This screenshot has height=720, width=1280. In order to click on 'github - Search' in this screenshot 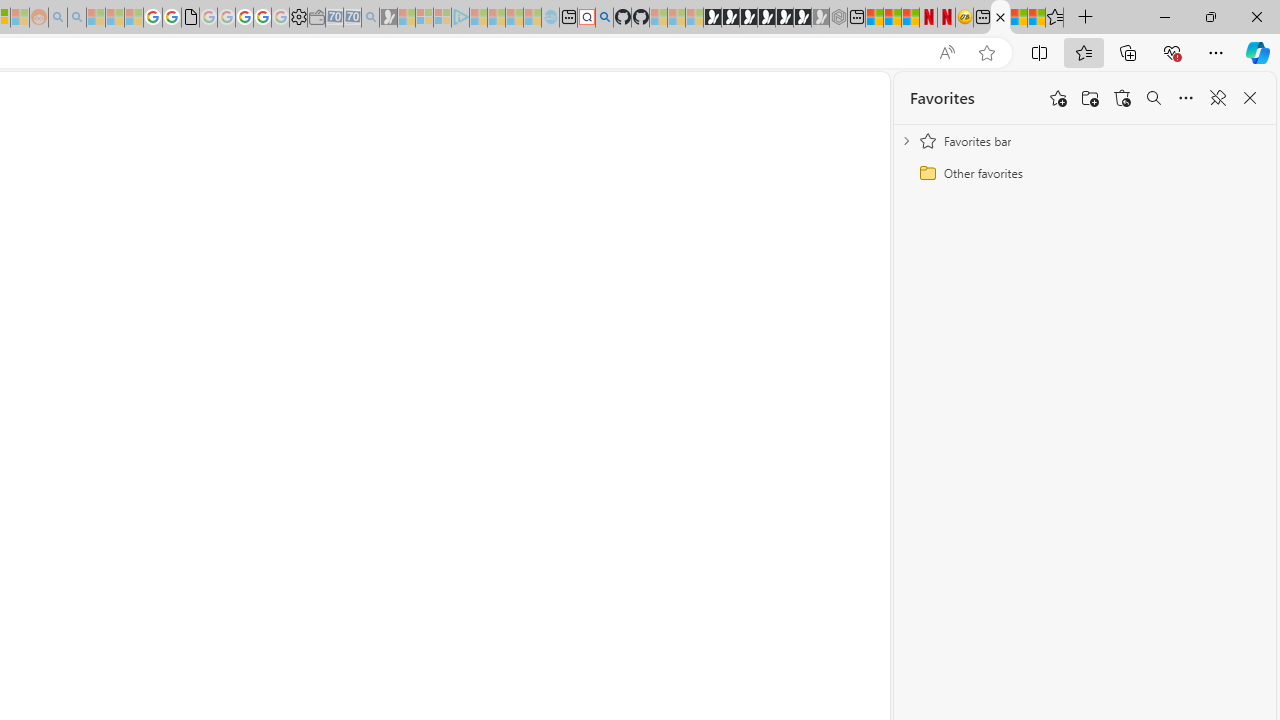, I will do `click(603, 17)`.